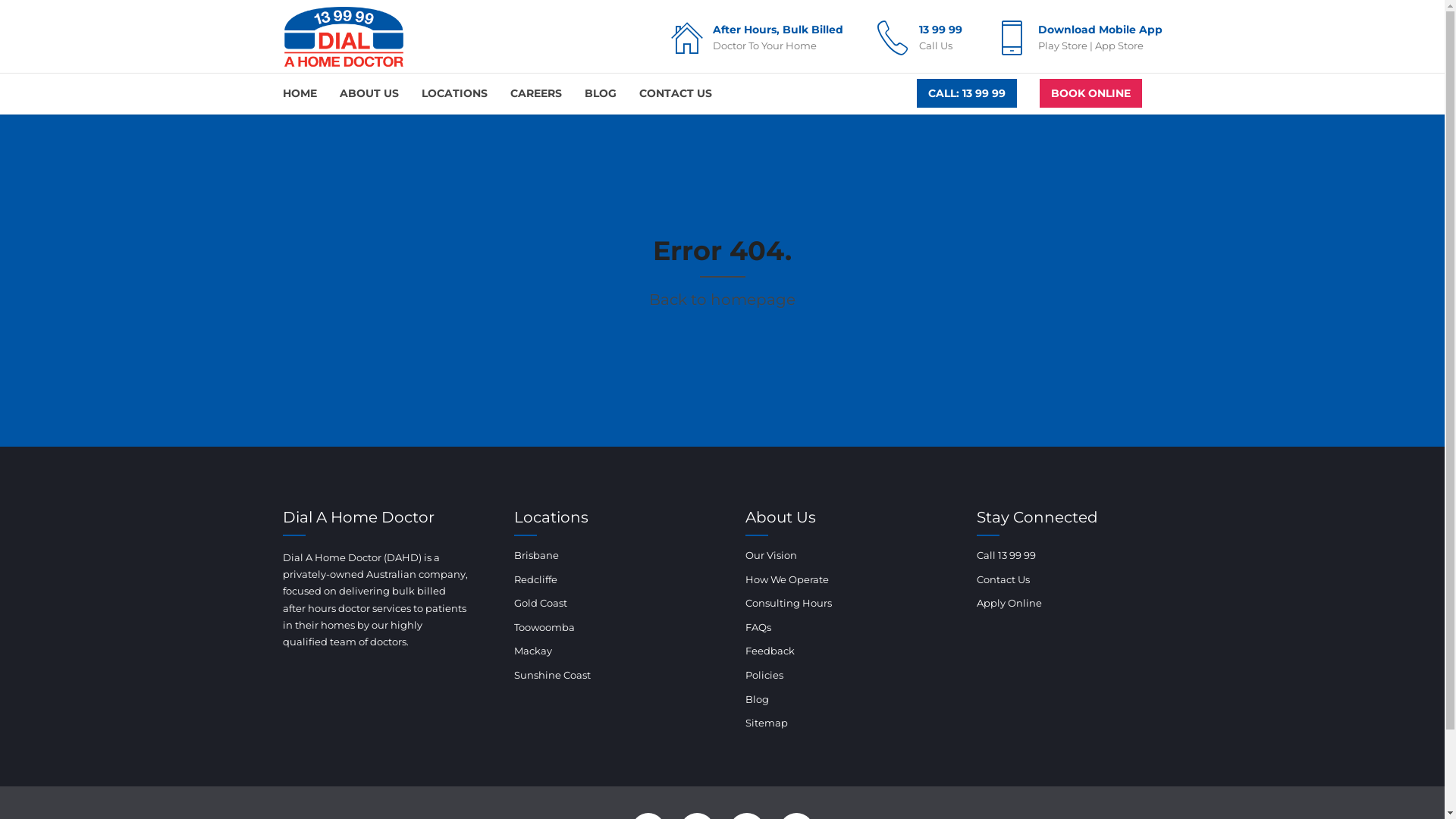 The width and height of the screenshot is (1456, 819). I want to click on 'Toowoomba', so click(513, 626).